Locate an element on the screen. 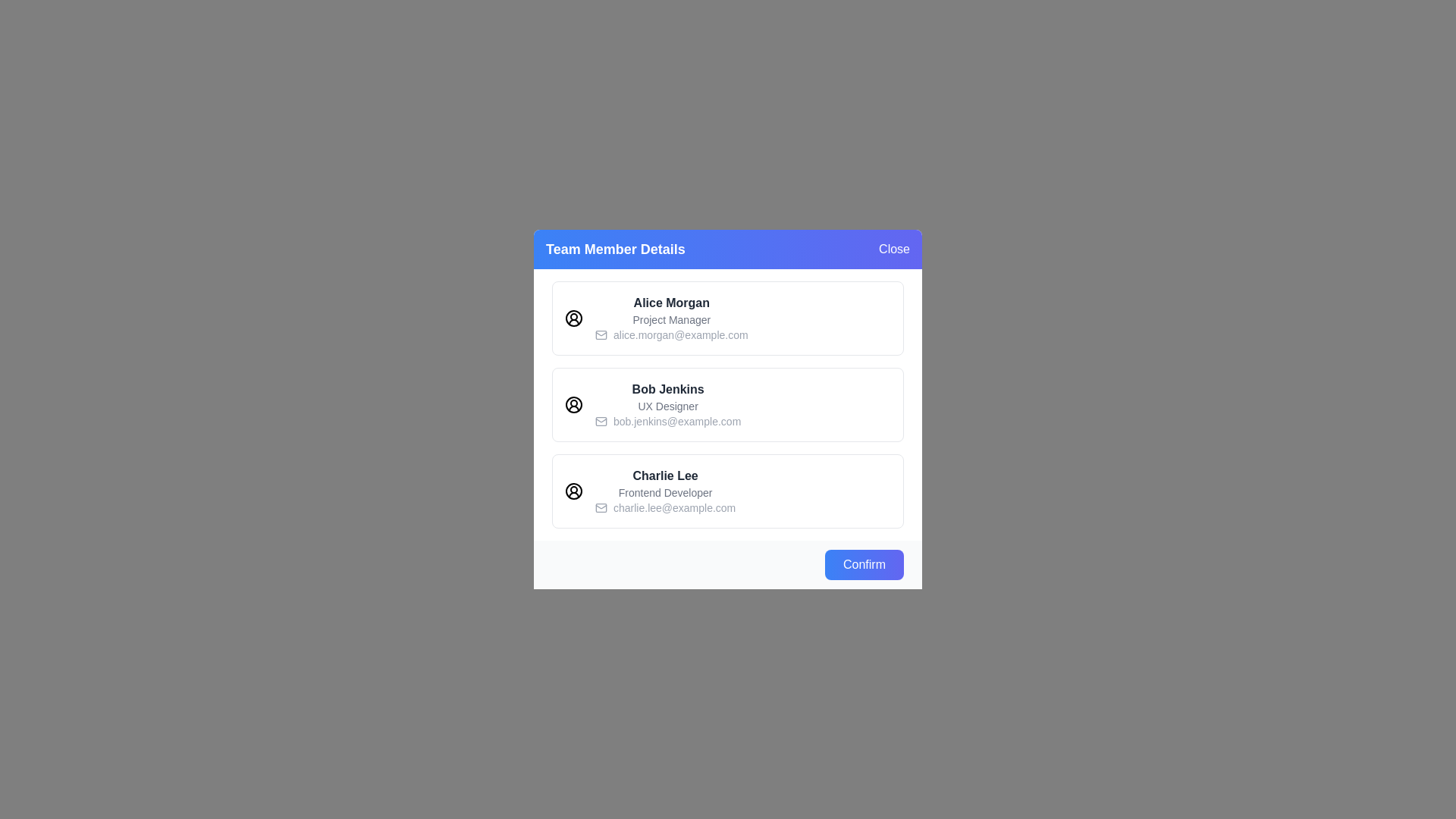 This screenshot has width=1456, height=819. email address displayed in the text label with an envelope icon, which shows 'bob.jenkins@example.com' in light gray text, positioned below the job title 'UX Designer' is located at coordinates (667, 421).